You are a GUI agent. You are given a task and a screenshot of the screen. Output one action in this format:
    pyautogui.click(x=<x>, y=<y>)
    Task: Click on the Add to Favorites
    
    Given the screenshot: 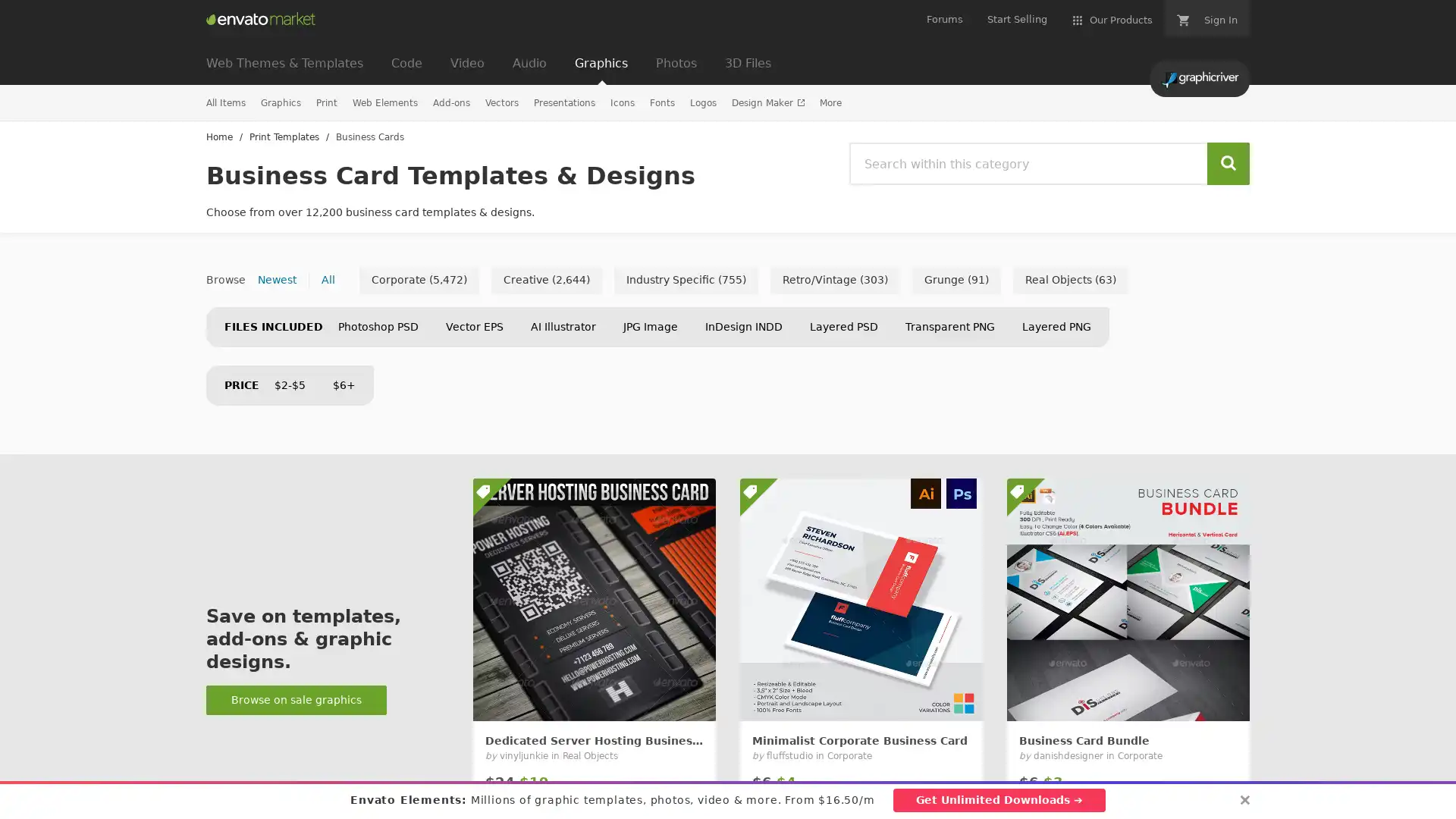 What is the action you would take?
    pyautogui.click(x=1230, y=699)
    